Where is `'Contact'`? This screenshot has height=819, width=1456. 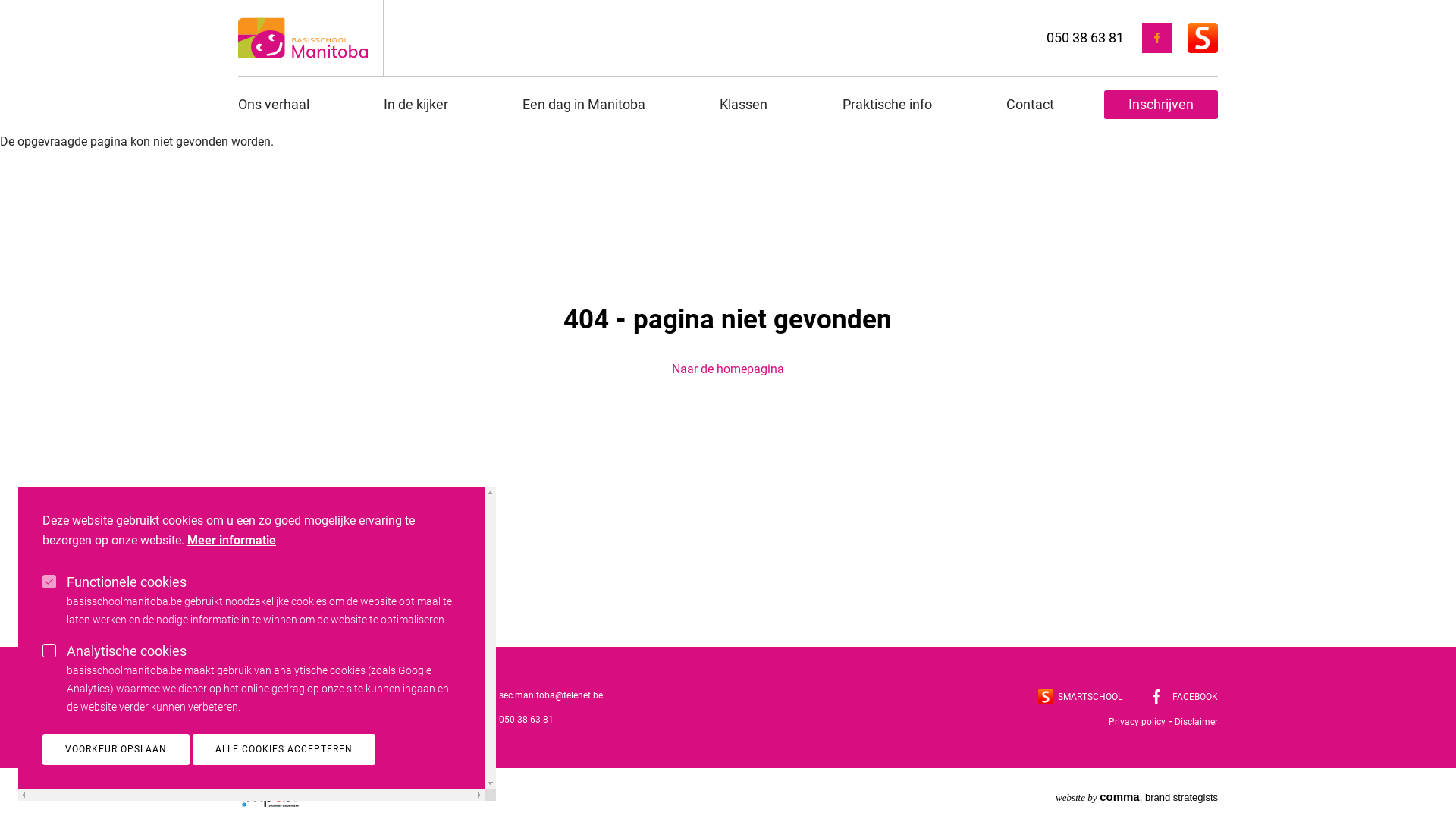
'Contact' is located at coordinates (1030, 104).